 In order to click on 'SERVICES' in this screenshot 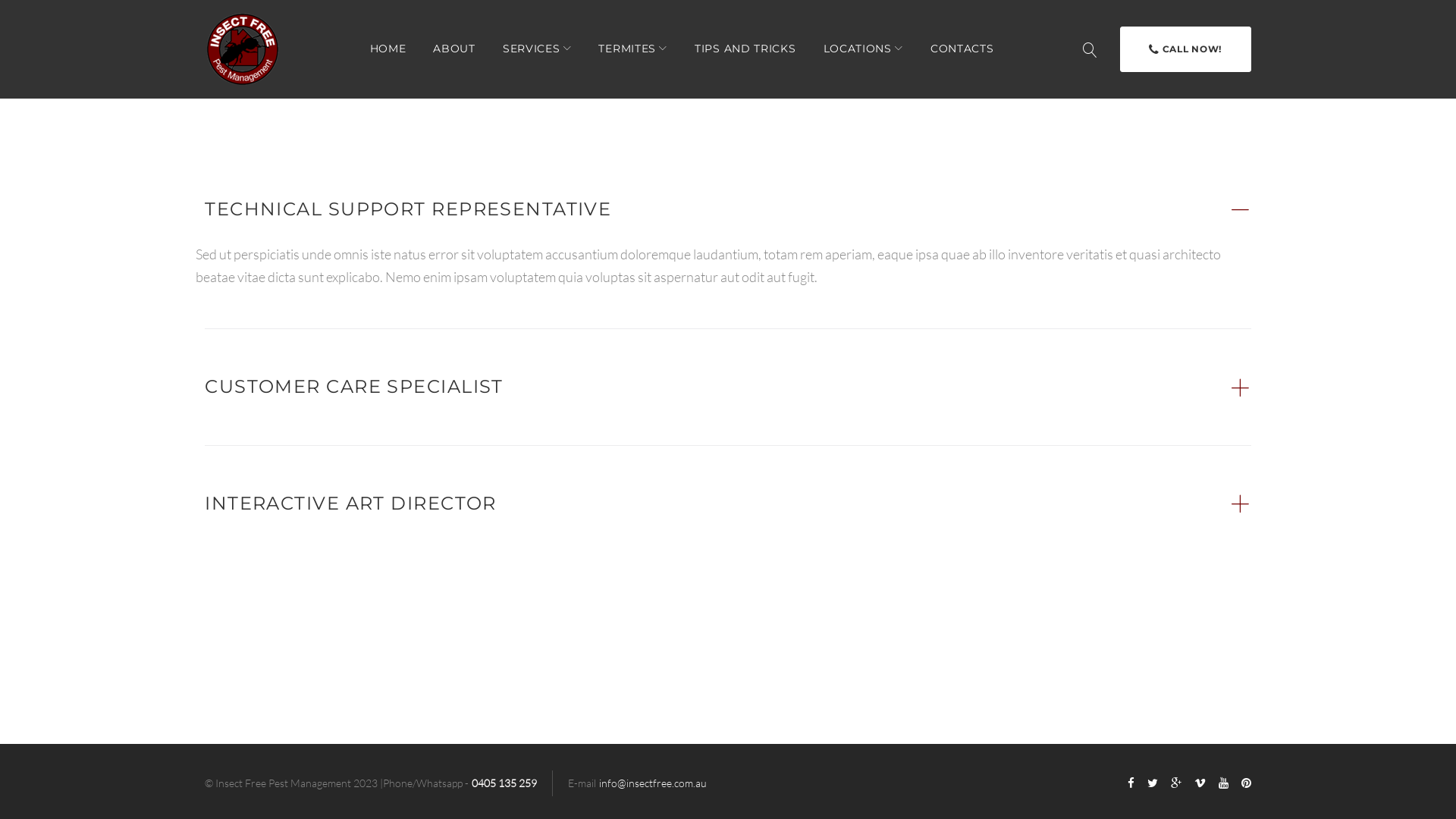, I will do `click(537, 48)`.